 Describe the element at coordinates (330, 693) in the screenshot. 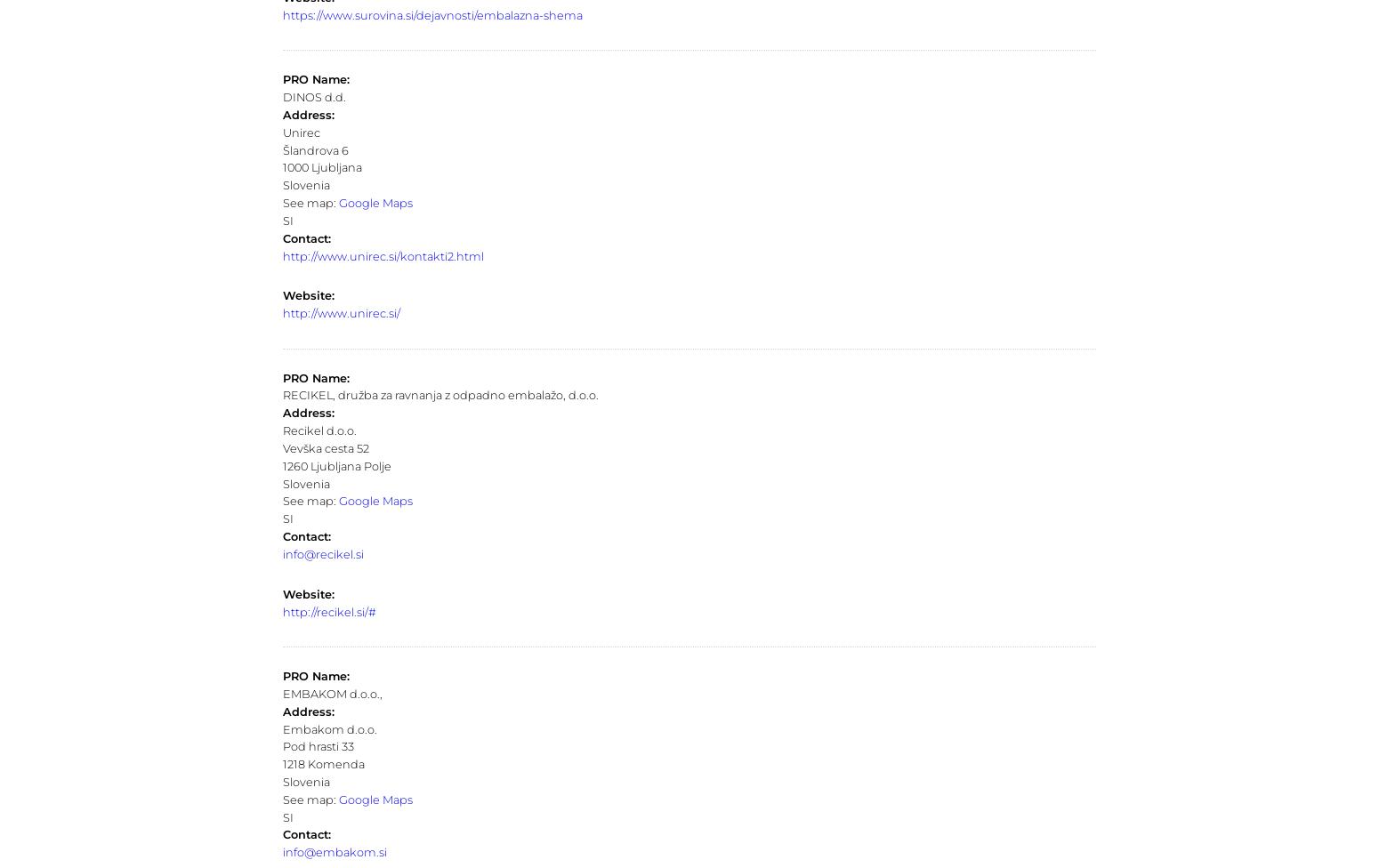

I see `'EMBAKOM d.o.o.,'` at that location.